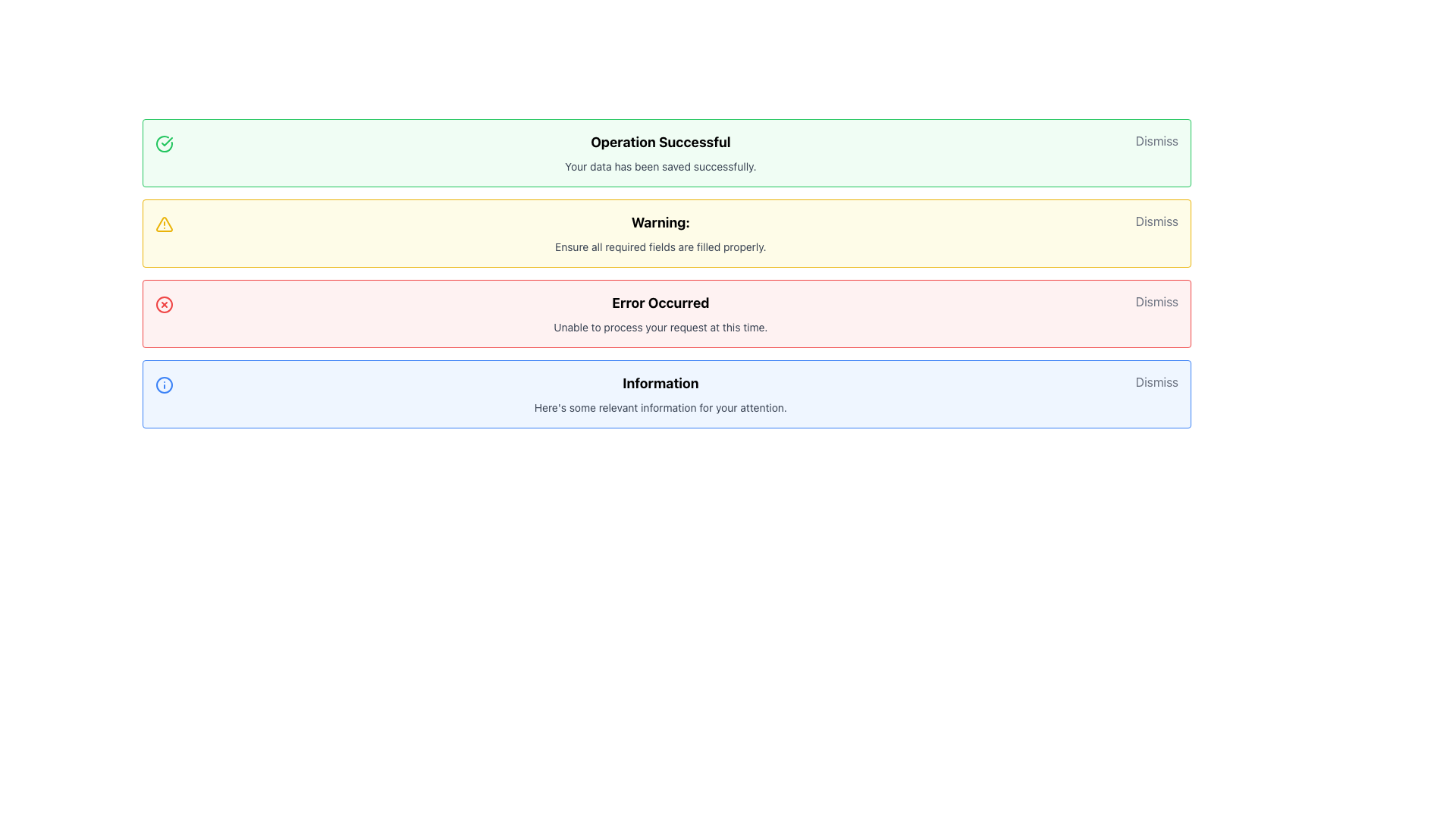  Describe the element at coordinates (1156, 301) in the screenshot. I see `the dismiss button located on the far right of the red alert box` at that location.